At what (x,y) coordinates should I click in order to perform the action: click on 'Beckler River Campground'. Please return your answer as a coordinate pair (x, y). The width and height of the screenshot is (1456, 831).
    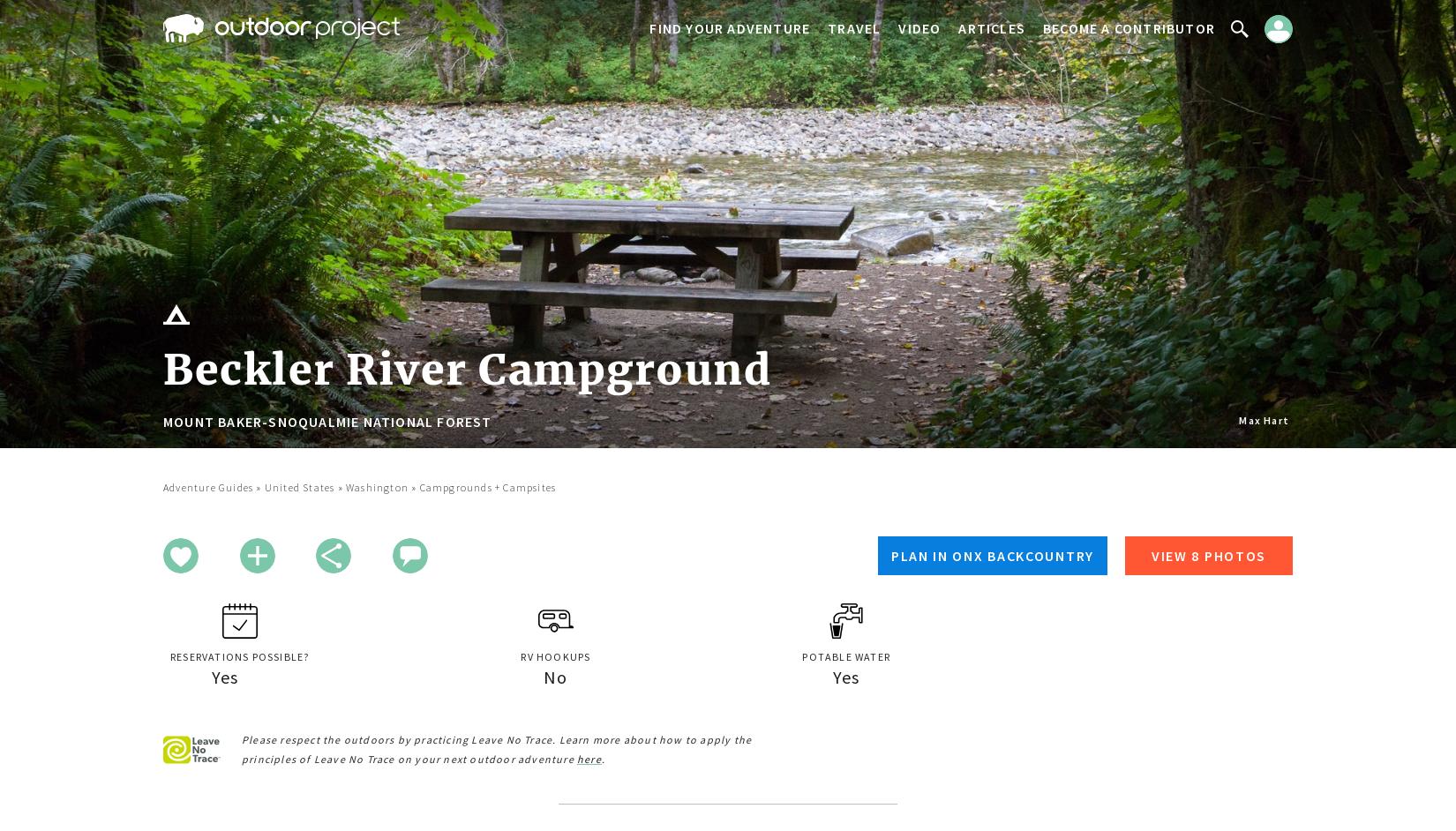
    Looking at the image, I should click on (466, 370).